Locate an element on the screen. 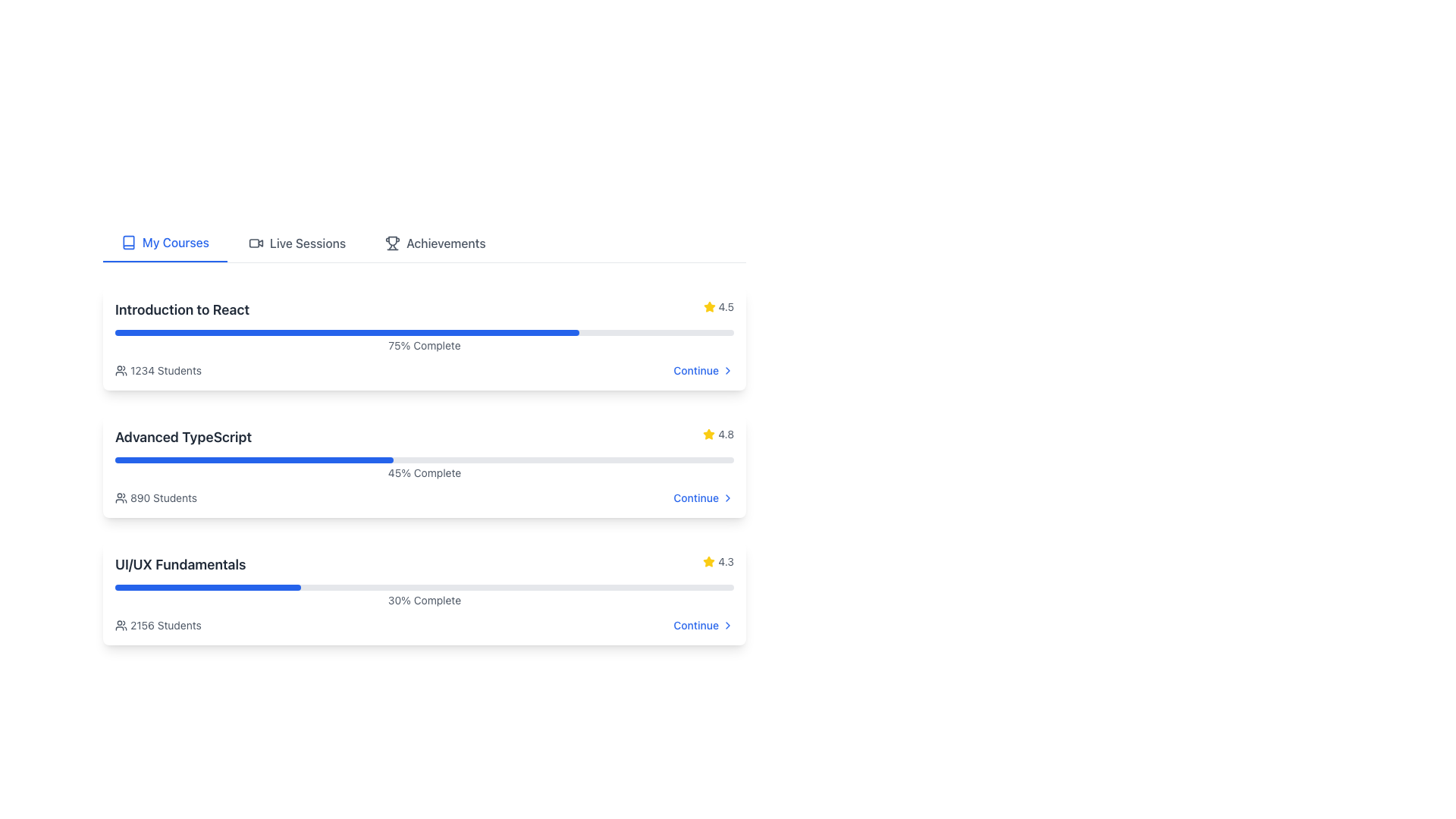 The width and height of the screenshot is (1456, 819). the bright yellow star icon used for rating, located adjacent to the text '4.5' in the 'Introduction to React' card is located at coordinates (708, 434).